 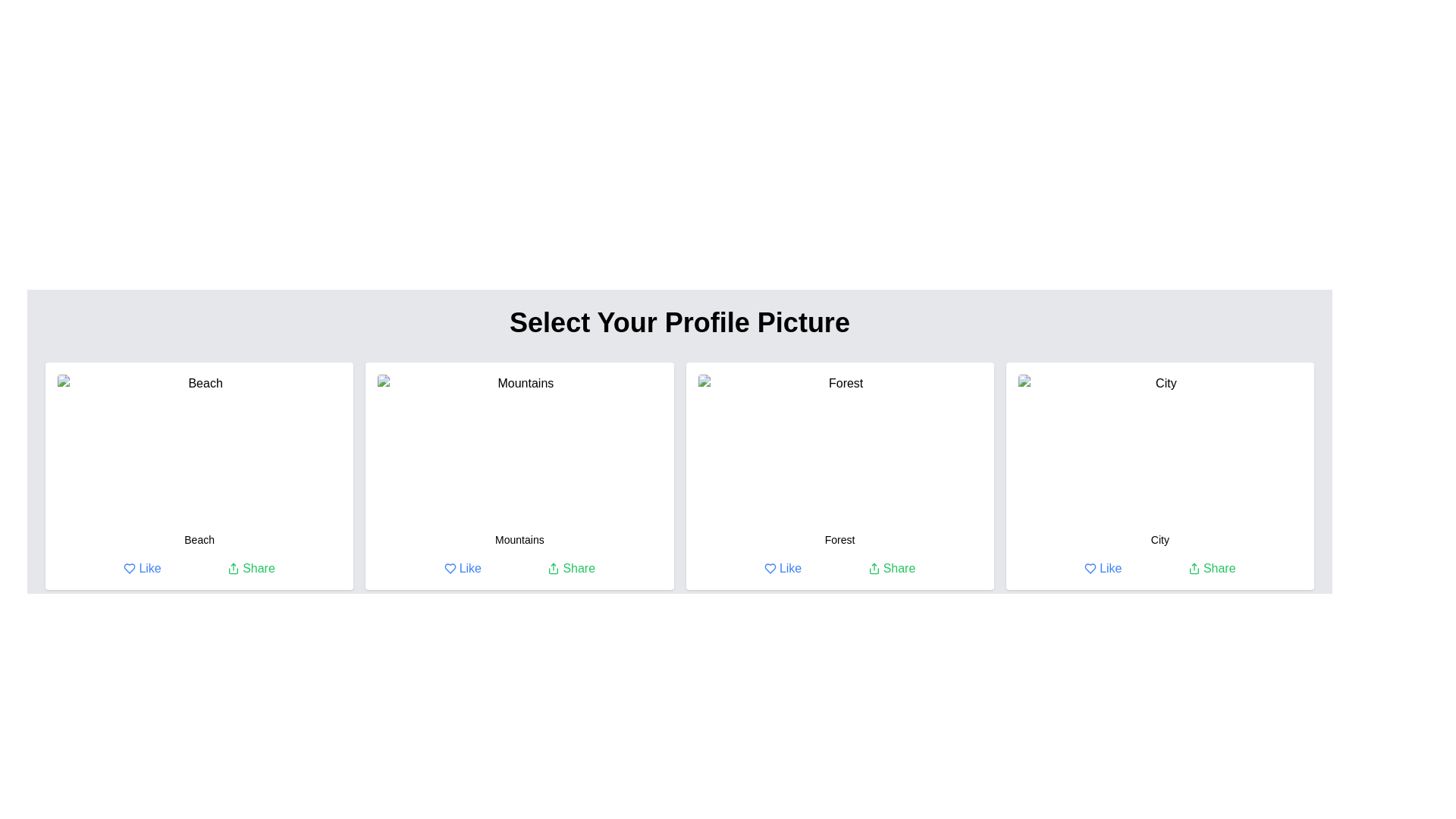 What do you see at coordinates (130, 568) in the screenshot?
I see `the heart-shaped icon outlined with a blue stroke, located to the left of the 'Like' text in the 'Like' button under the 'Beach' card` at bounding box center [130, 568].